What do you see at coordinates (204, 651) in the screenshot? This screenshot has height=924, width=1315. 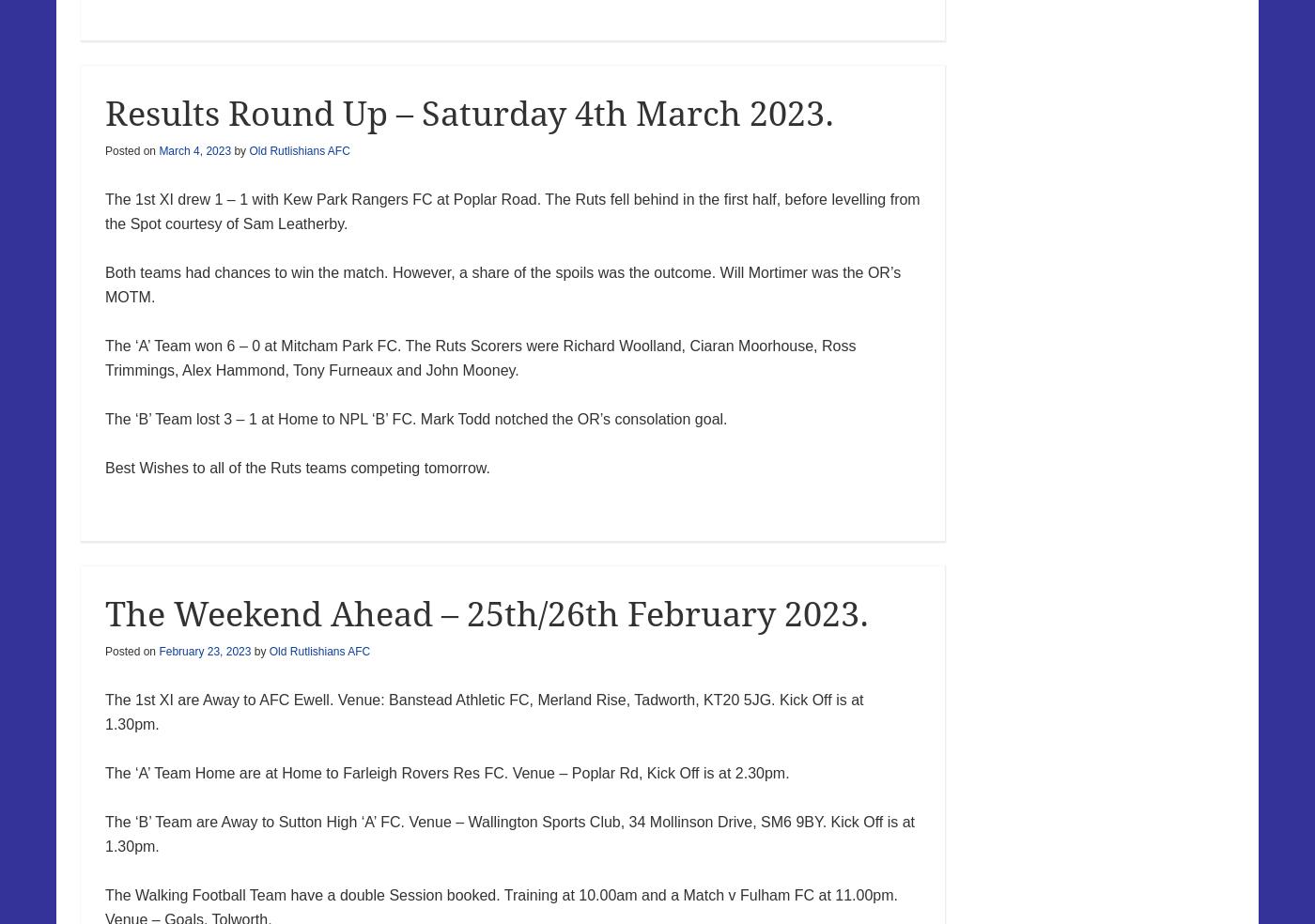 I see `'February 23, 2023'` at bounding box center [204, 651].